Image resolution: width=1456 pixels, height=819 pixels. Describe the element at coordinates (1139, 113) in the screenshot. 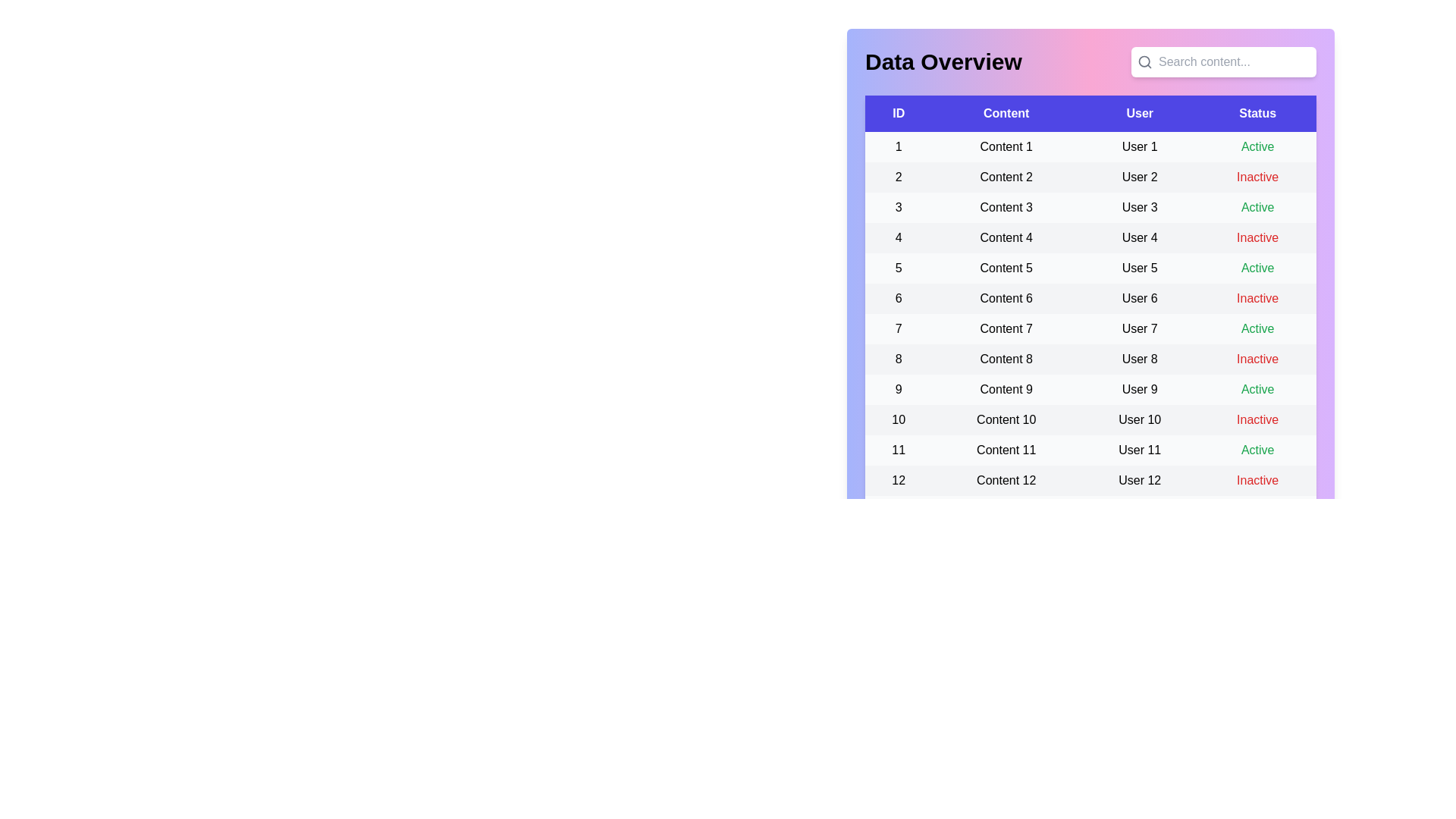

I see `the column header User to sort the table by that column` at that location.